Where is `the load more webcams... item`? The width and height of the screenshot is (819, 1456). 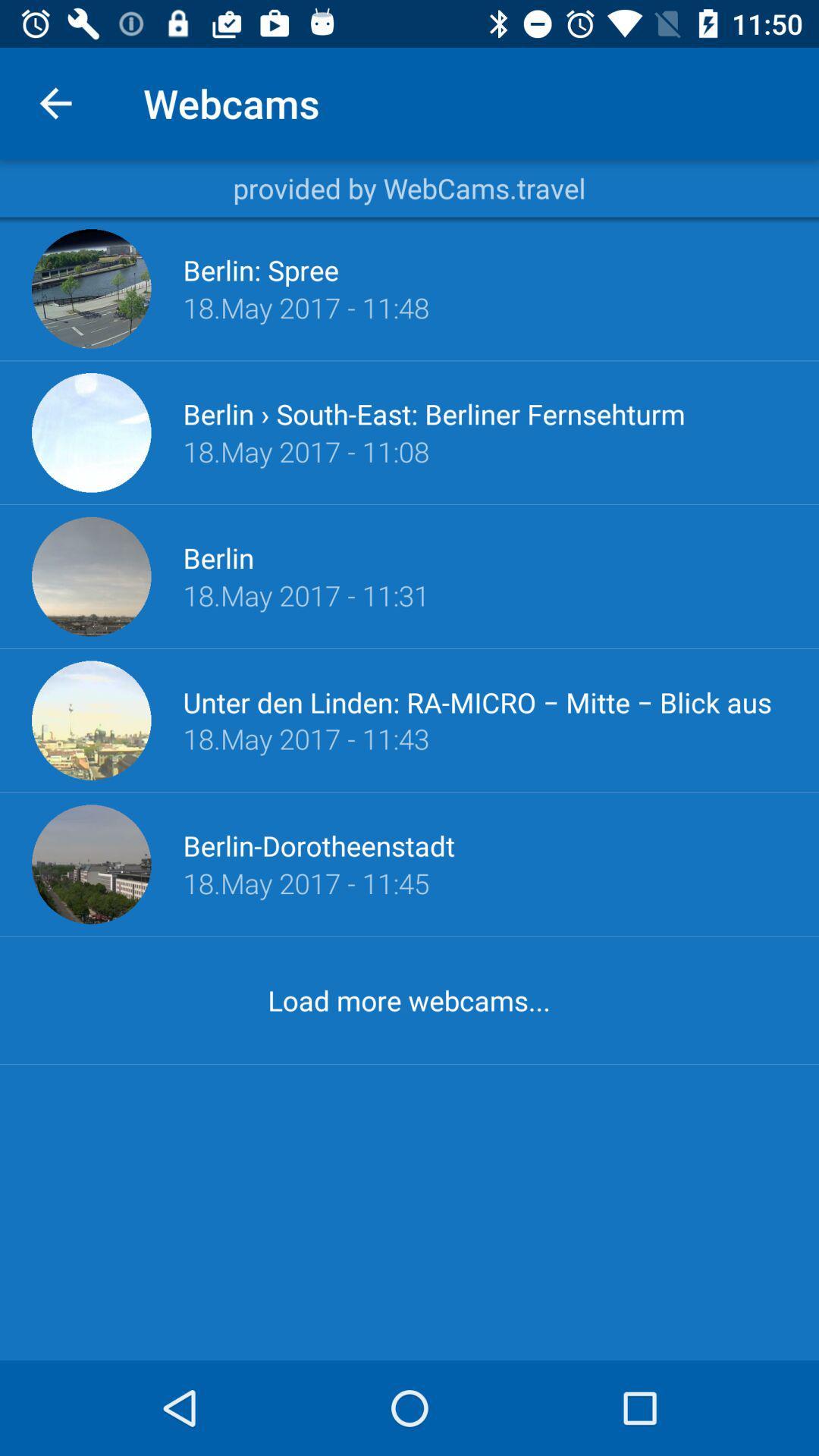 the load more webcams... item is located at coordinates (408, 1000).